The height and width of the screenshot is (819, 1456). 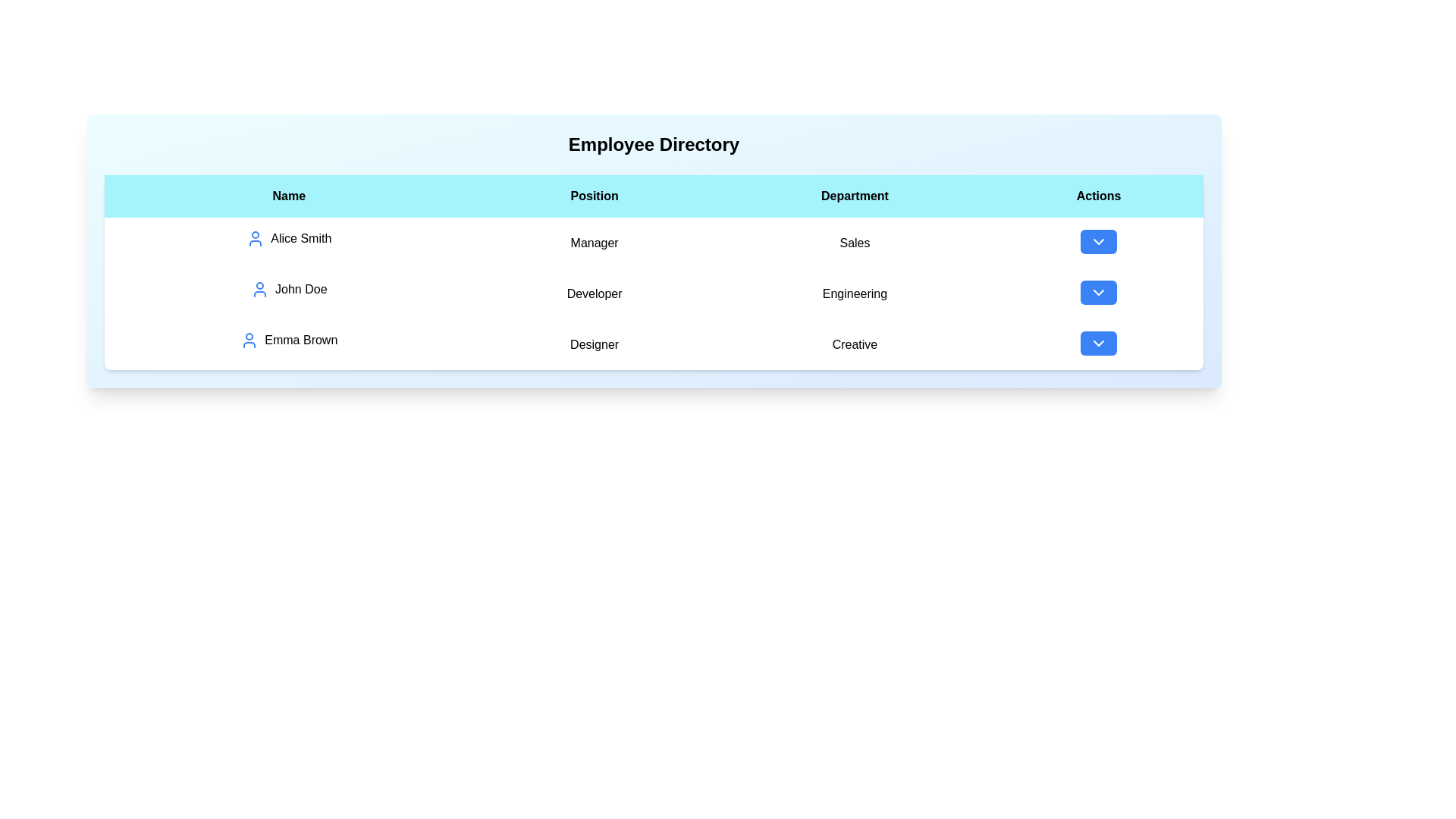 What do you see at coordinates (249, 339) in the screenshot?
I see `the user icon associated with 'Emma Brown' in the employee directory table, located in the third row under the 'Name' column` at bounding box center [249, 339].